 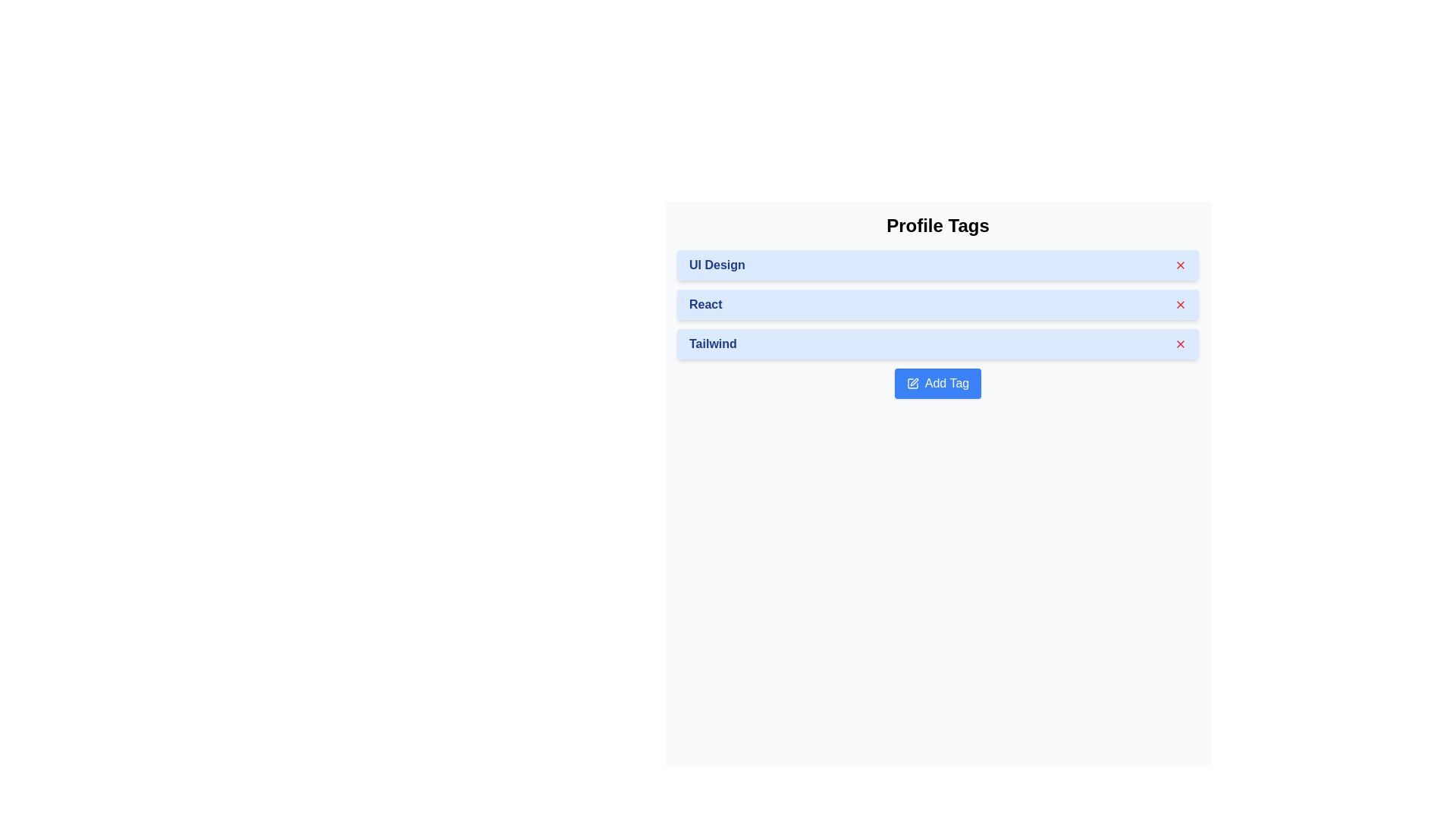 I want to click on the 'UI Design' text label located at the left part of the tag box under 'Profile Tags', so click(x=716, y=265).